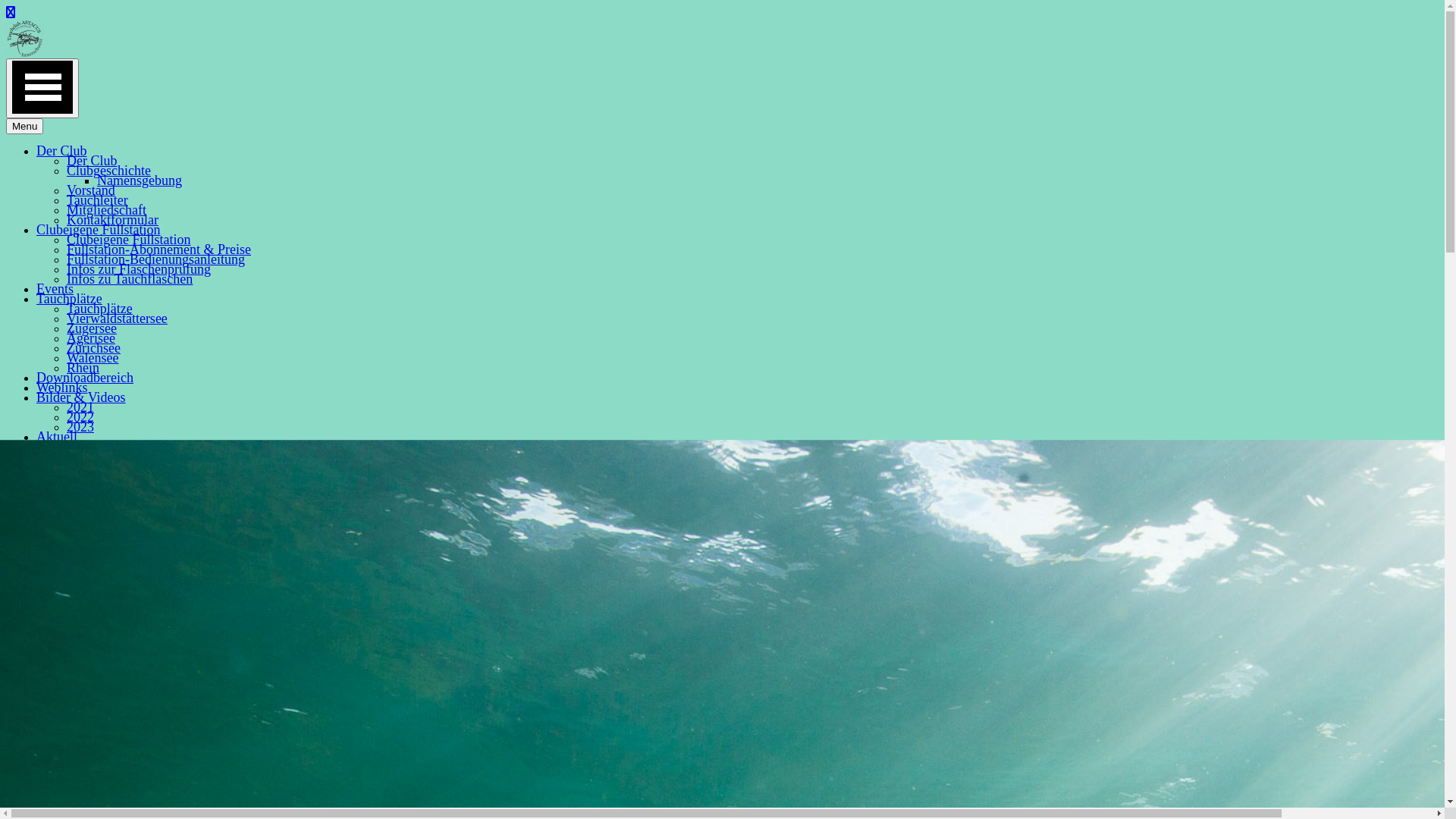 This screenshot has height=819, width=1456. I want to click on 'Rhein', so click(65, 368).